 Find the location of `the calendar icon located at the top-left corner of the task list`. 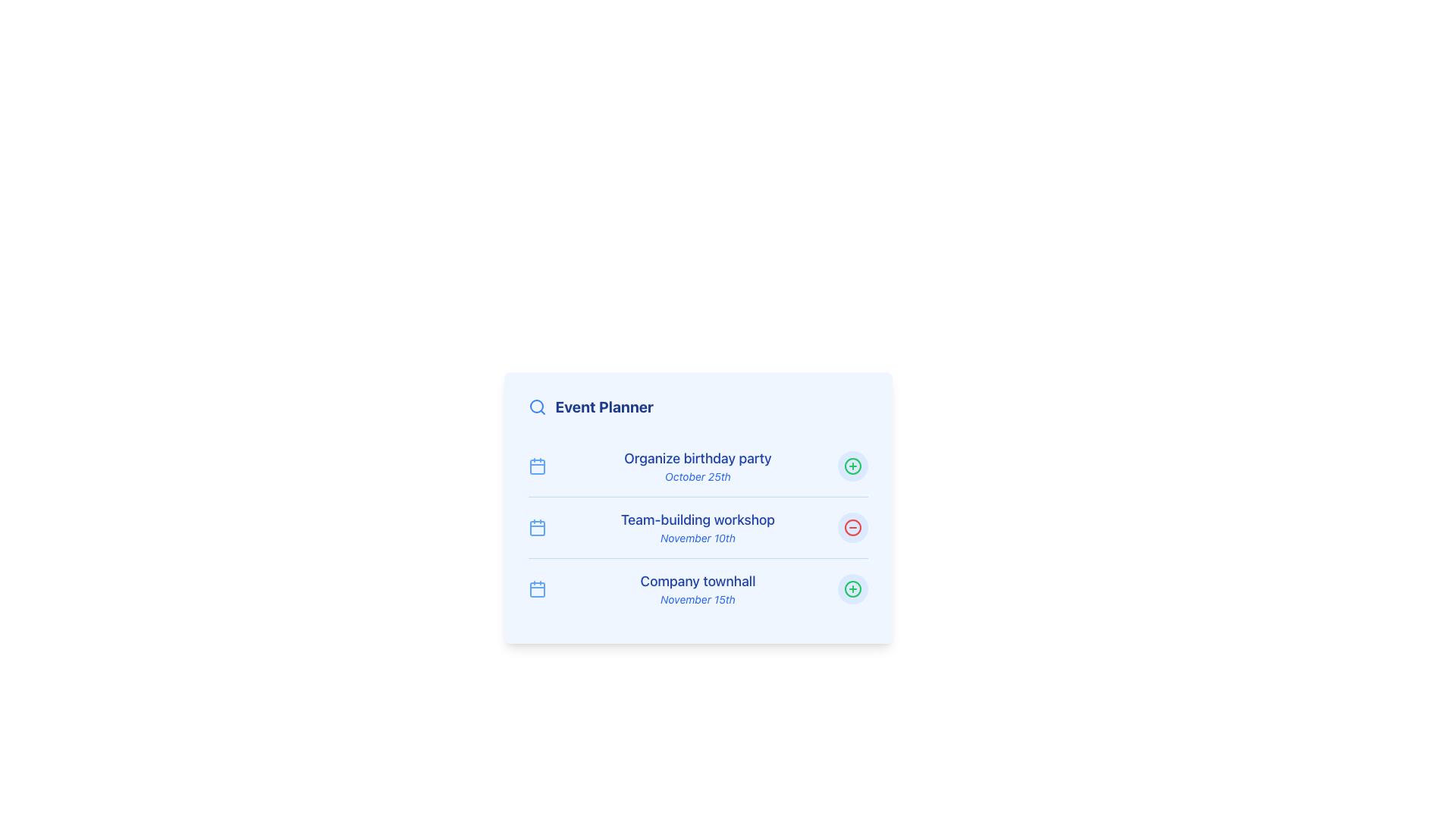

the calendar icon located at the top-left corner of the task list is located at coordinates (537, 466).